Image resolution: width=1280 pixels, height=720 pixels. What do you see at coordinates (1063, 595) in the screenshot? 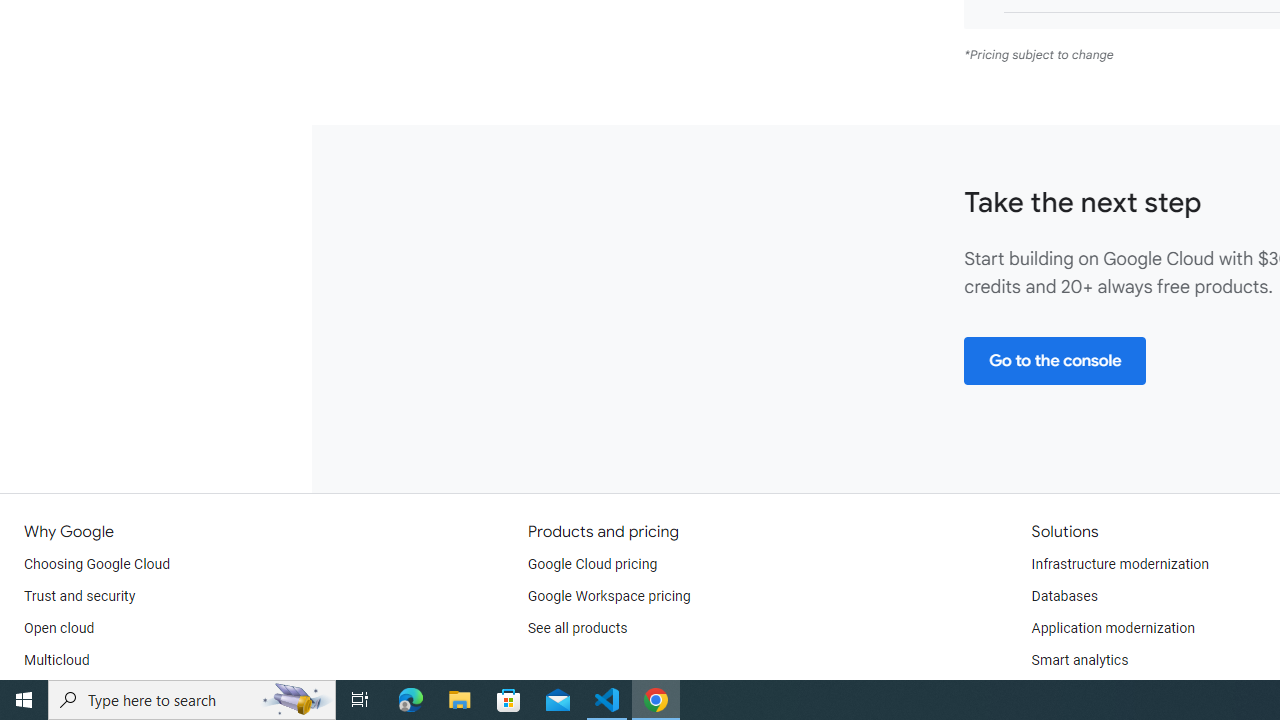
I see `'Databases'` at bounding box center [1063, 595].